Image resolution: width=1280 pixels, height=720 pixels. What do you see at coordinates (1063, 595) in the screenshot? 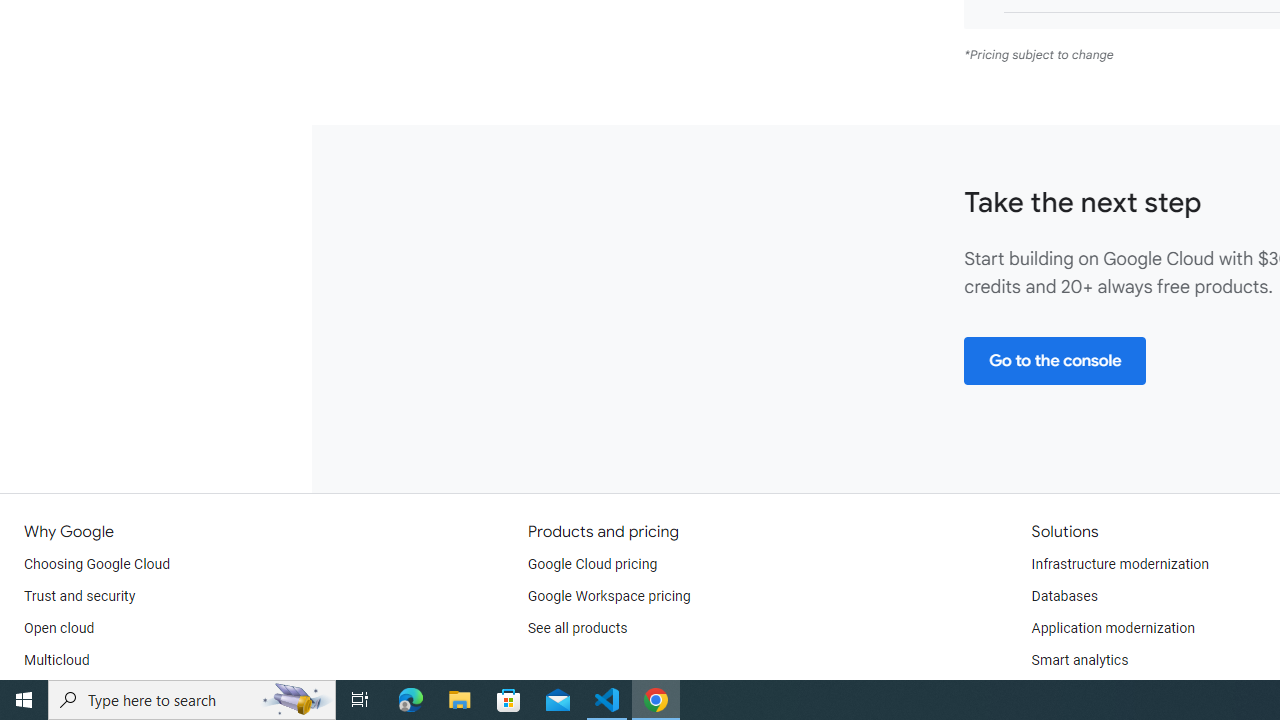
I see `'Databases'` at bounding box center [1063, 595].